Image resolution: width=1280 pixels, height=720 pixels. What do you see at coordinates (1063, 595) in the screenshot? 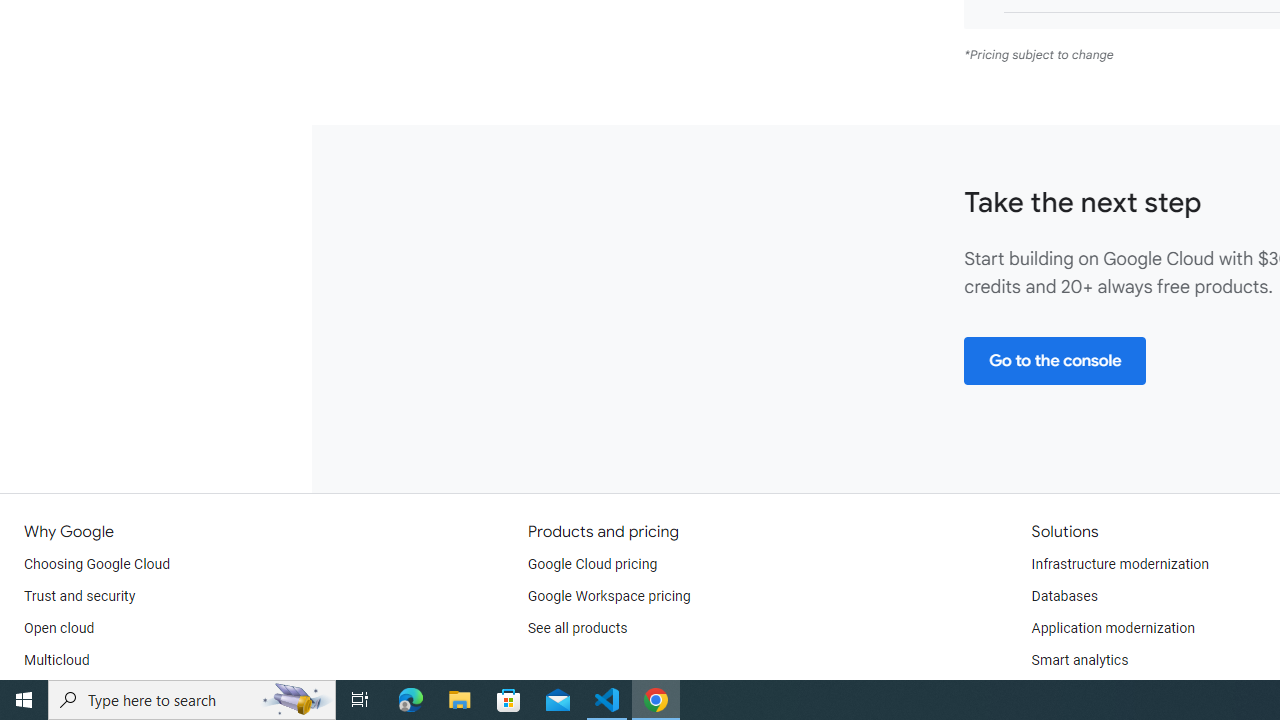
I see `'Databases'` at bounding box center [1063, 595].